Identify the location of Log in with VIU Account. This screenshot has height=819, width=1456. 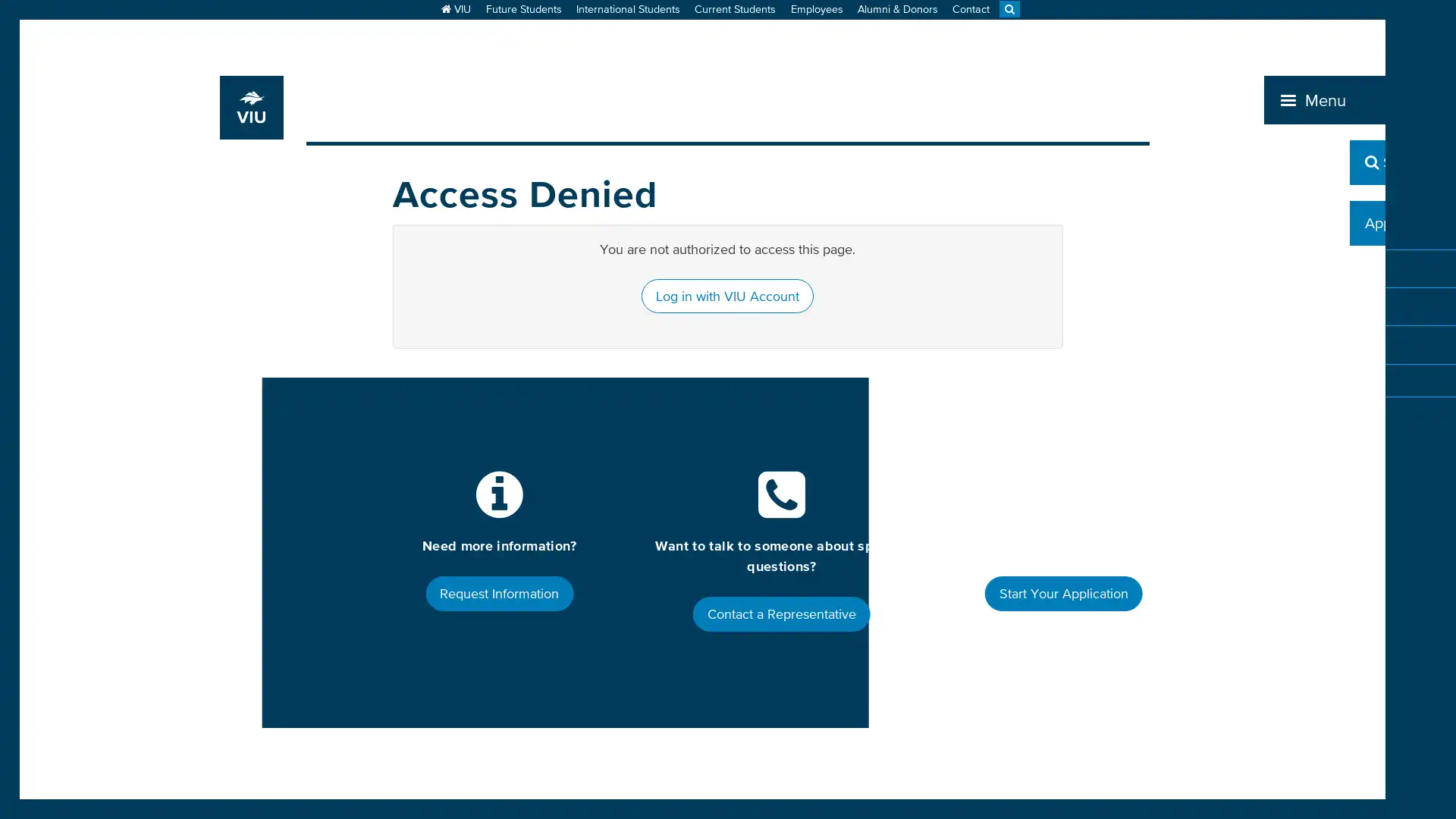
(726, 296).